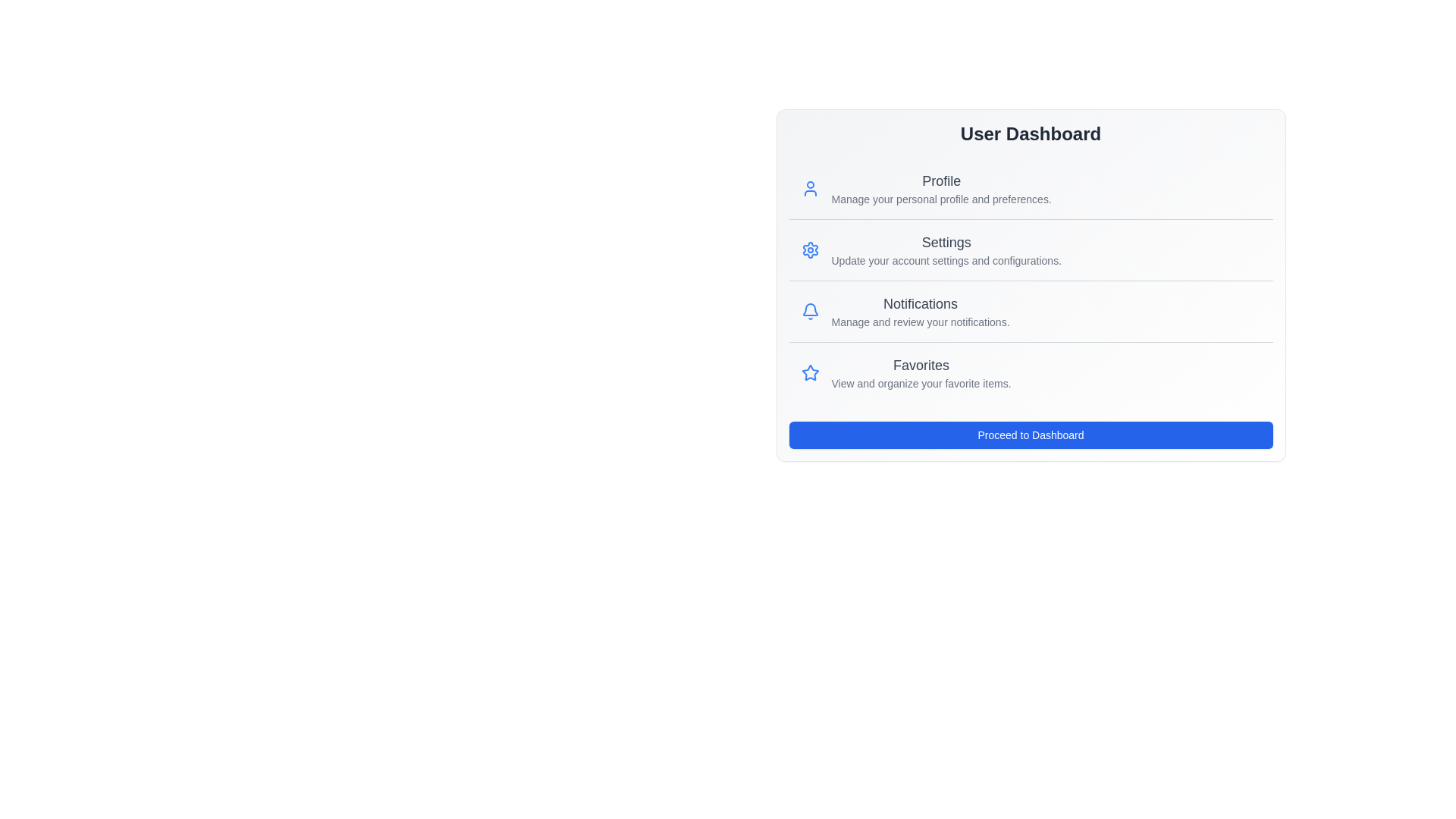 This screenshot has width=1456, height=819. I want to click on the 'Notifications' label which is styled in bold gray font with a description below it, located in the user dashboard panel as the third item from the top, so click(920, 311).